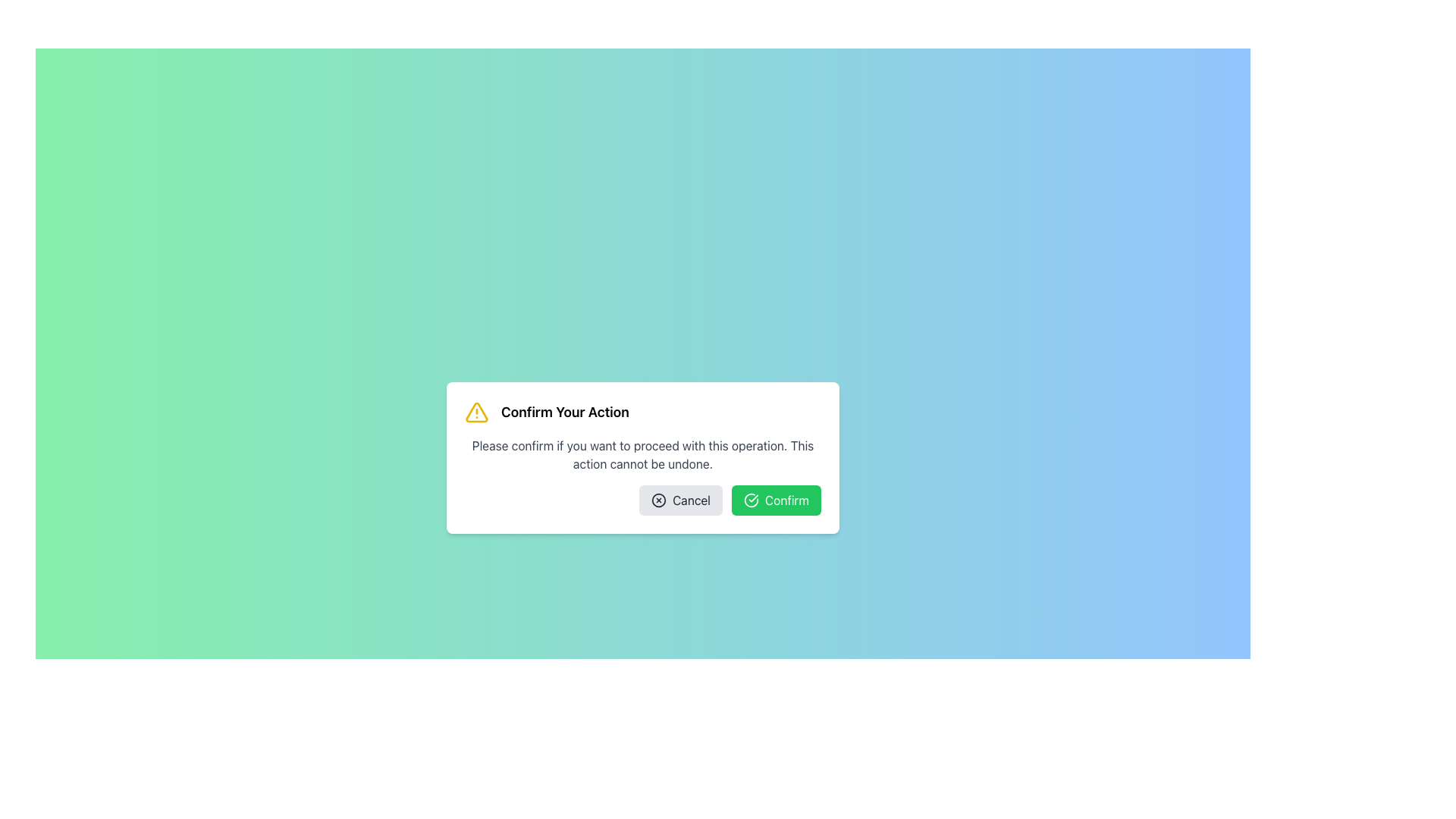 Image resolution: width=1456 pixels, height=819 pixels. Describe the element at coordinates (659, 500) in the screenshot. I see `the visual appearance of the circular cancel icon with a central 'X' symbol, which is part of the 'Cancel' button on the left side of the confirmation dialog` at that location.